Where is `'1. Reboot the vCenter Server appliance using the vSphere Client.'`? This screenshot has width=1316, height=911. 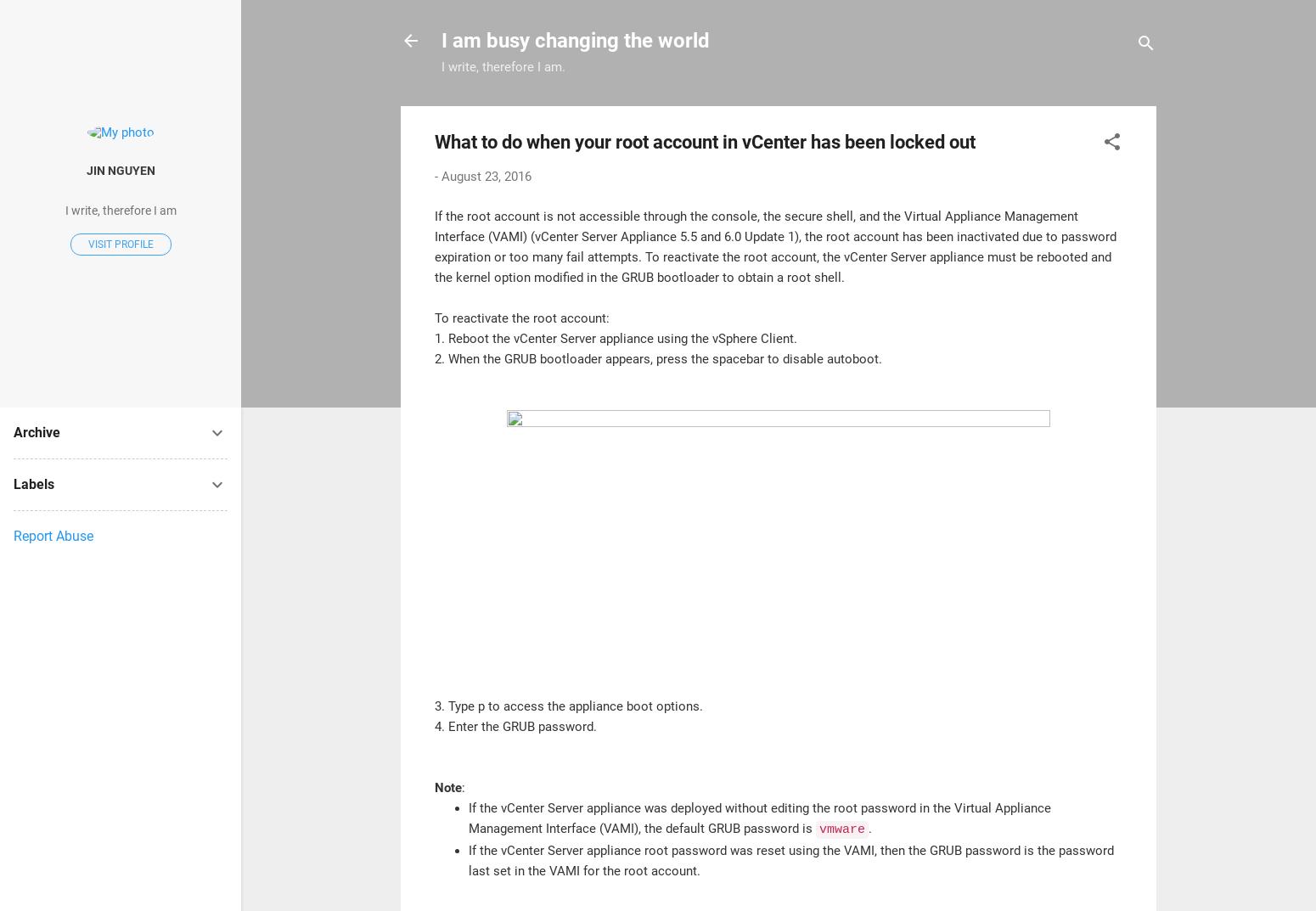 '1. Reboot the vCenter Server appliance using the vSphere Client.' is located at coordinates (616, 336).